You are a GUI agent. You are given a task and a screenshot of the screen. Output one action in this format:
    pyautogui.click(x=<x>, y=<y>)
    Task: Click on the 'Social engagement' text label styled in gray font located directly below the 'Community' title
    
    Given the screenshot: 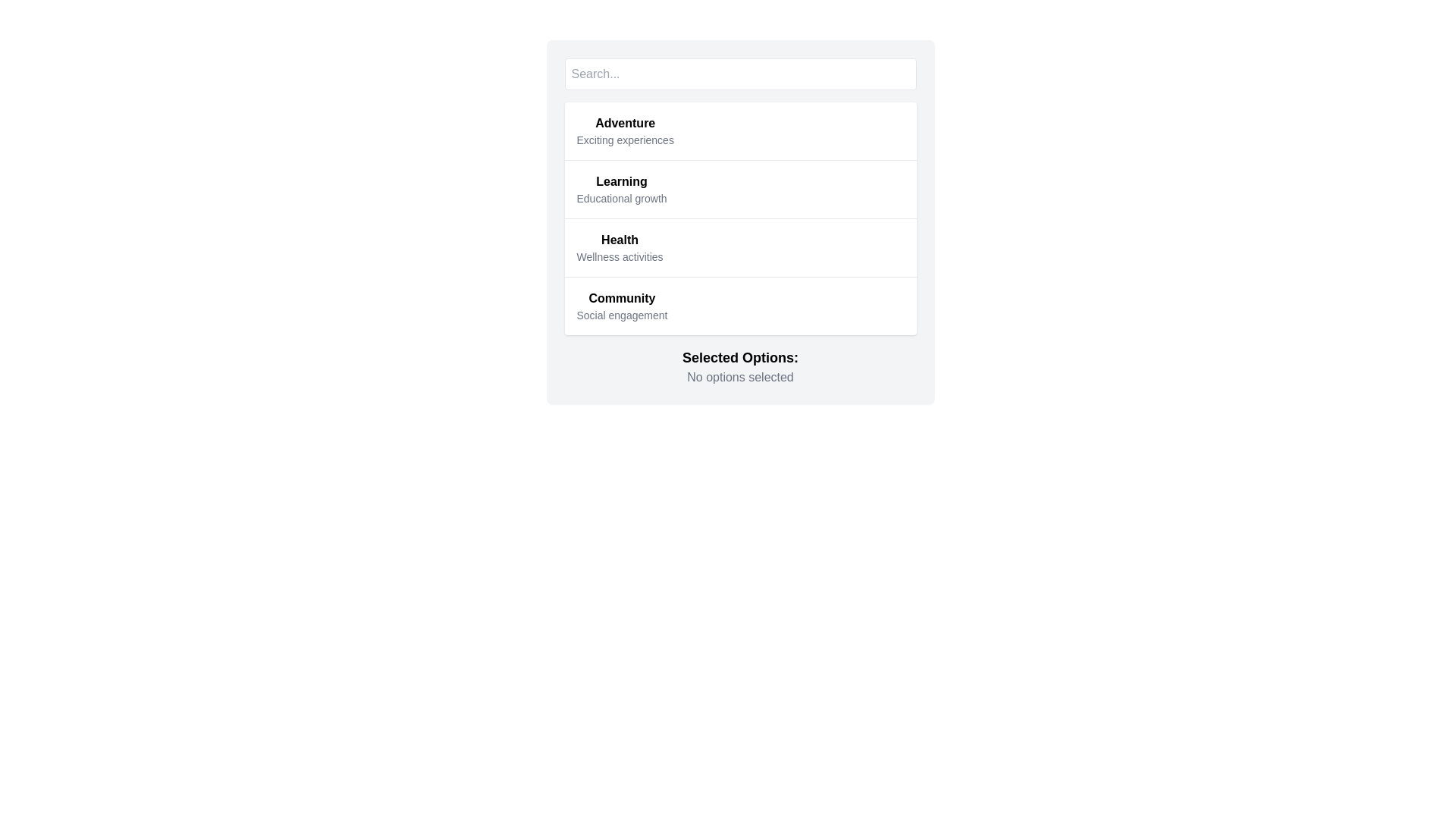 What is the action you would take?
    pyautogui.click(x=622, y=315)
    